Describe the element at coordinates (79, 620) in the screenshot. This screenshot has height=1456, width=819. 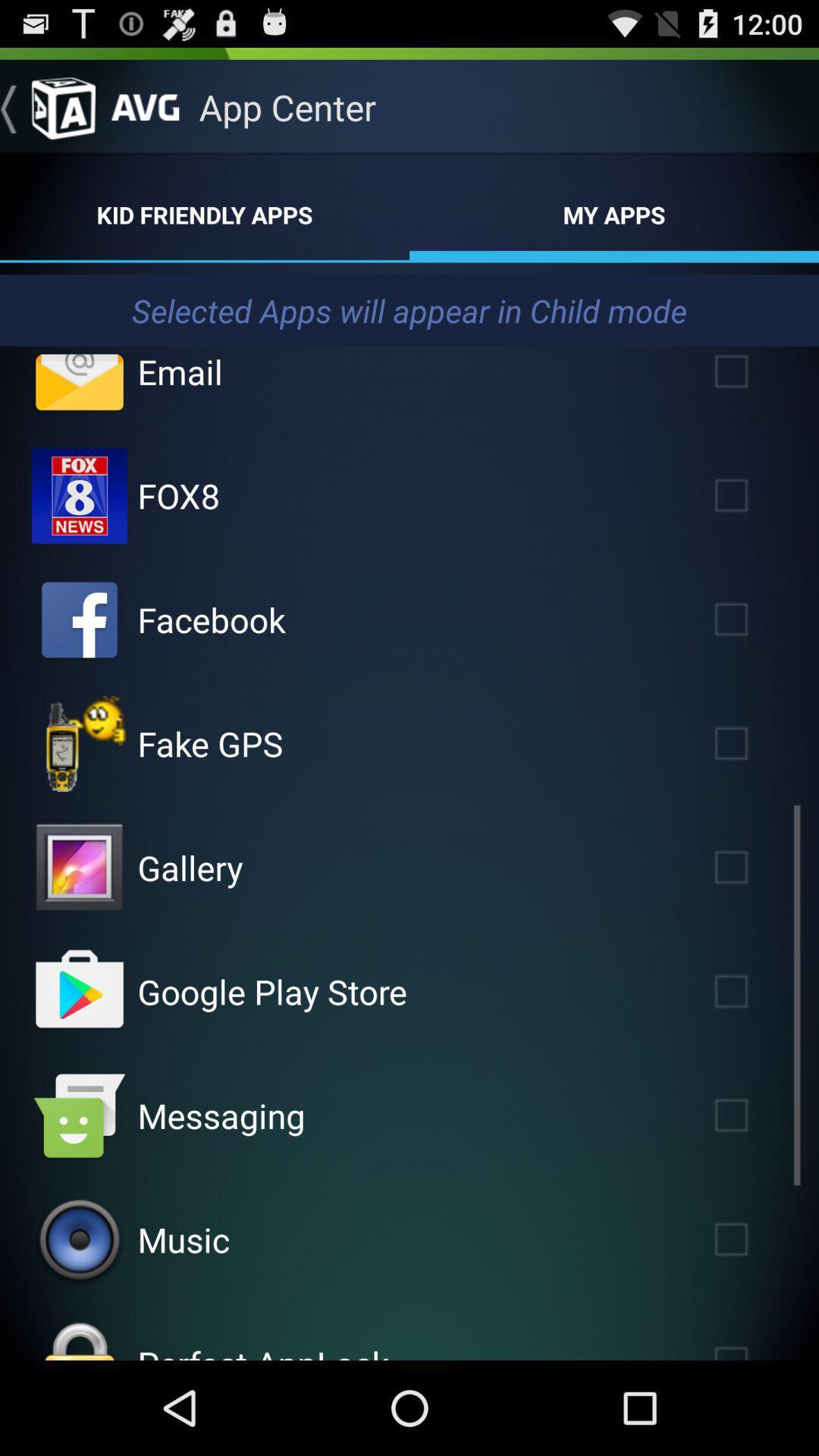
I see `facebook child mode` at that location.